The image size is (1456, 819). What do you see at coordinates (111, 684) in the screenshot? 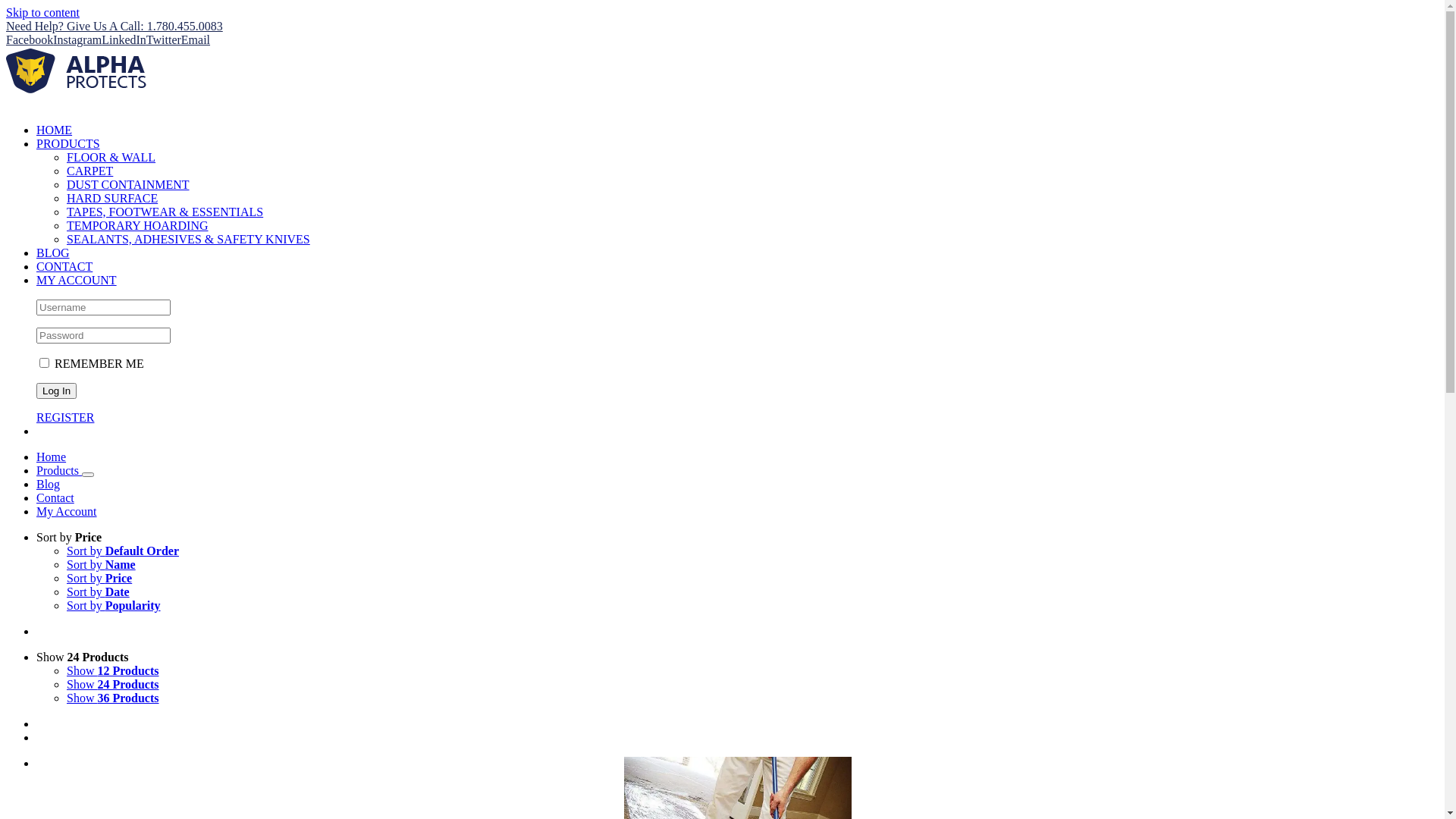
I see `'Show 24 Products'` at bounding box center [111, 684].